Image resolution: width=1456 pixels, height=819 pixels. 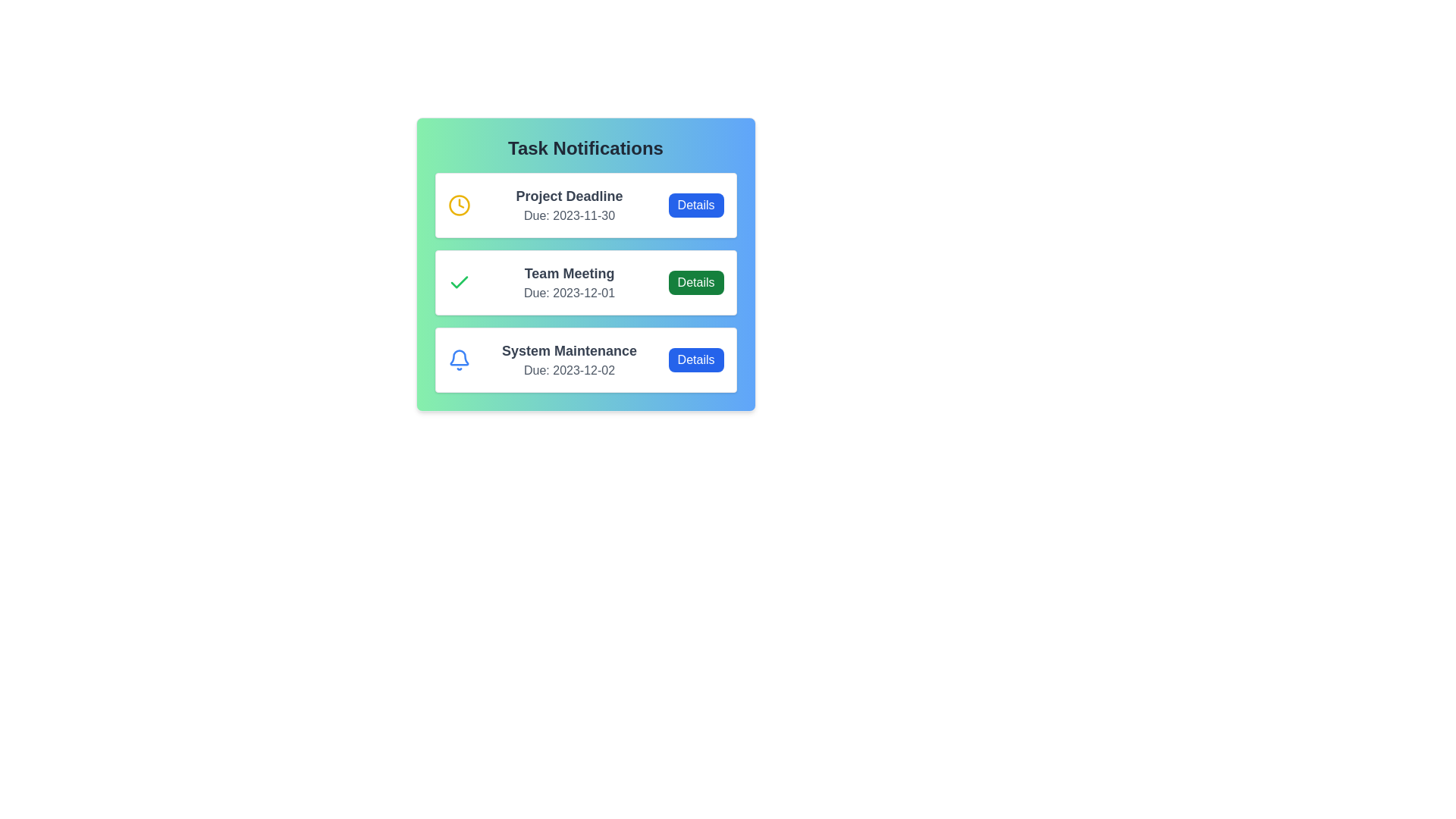 I want to click on the 'Details' button for the task 'System Maintenance', so click(x=695, y=359).